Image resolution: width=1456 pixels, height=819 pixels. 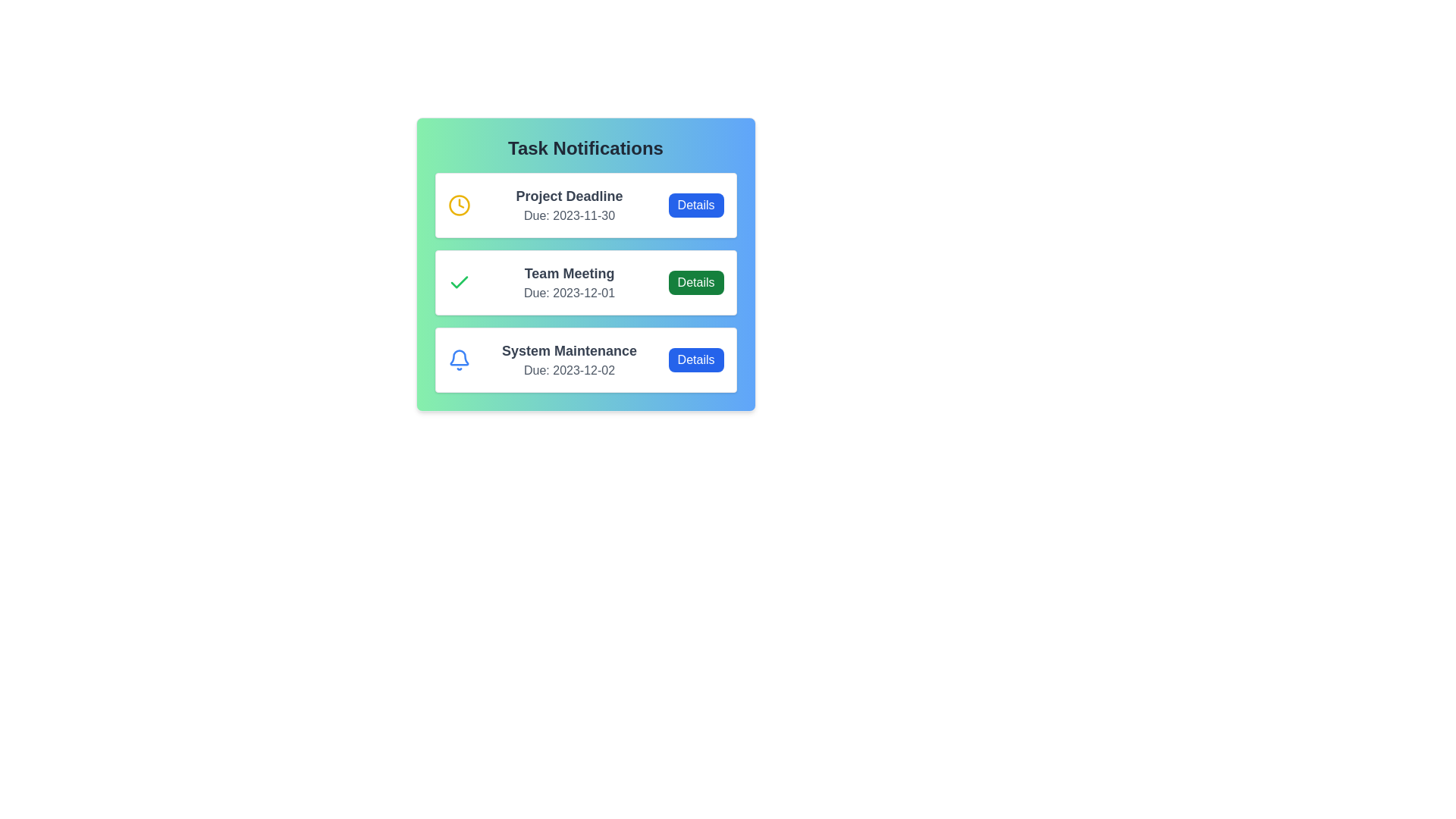 I want to click on the 'Details' button for the task 'System Maintenance', so click(x=695, y=359).